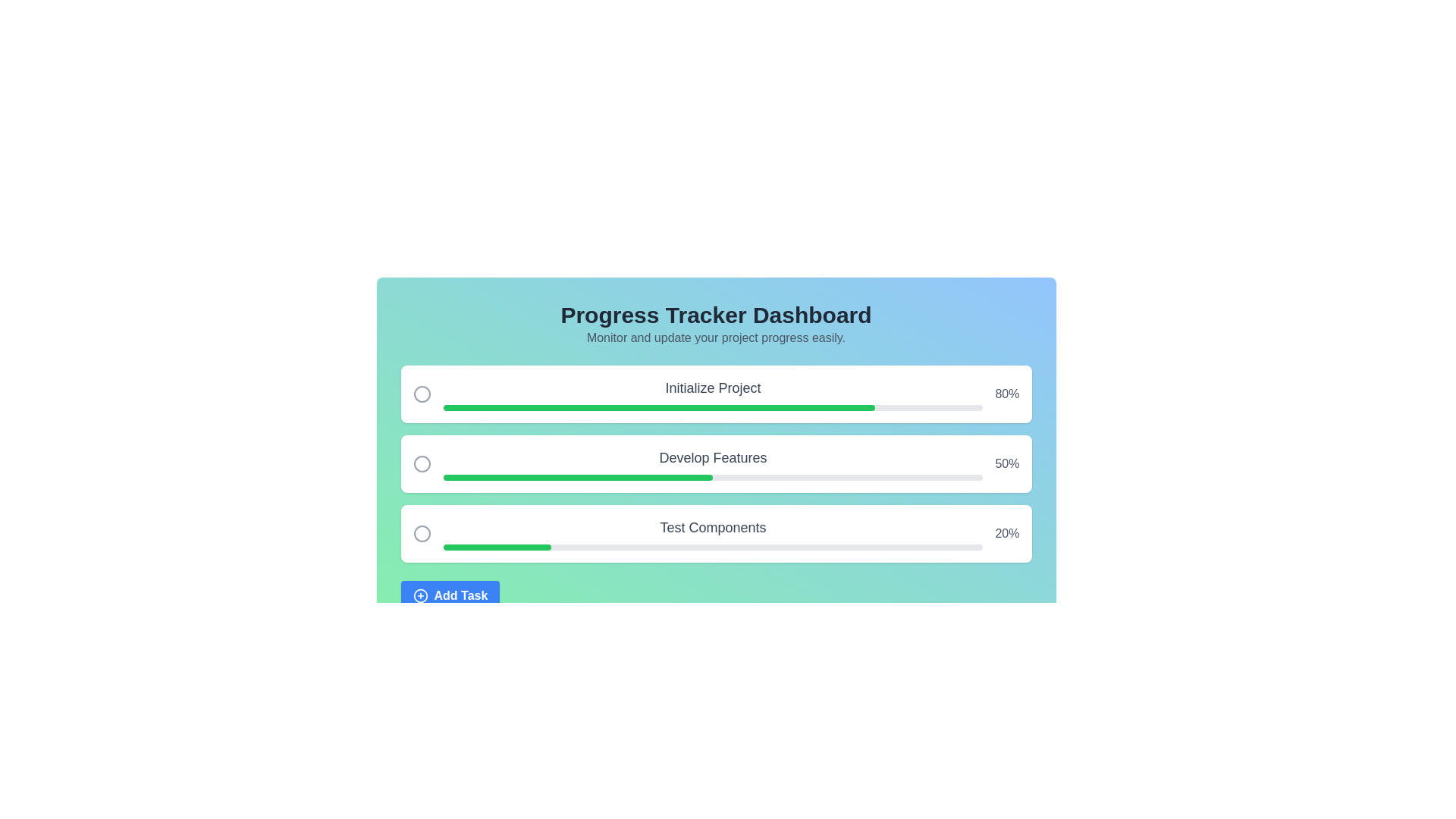 The height and width of the screenshot is (819, 1456). I want to click on the circular icon with a gray border and white center, located in the 'Test Components' row, to the left of the text label and aligned with the progress bar, so click(422, 533).